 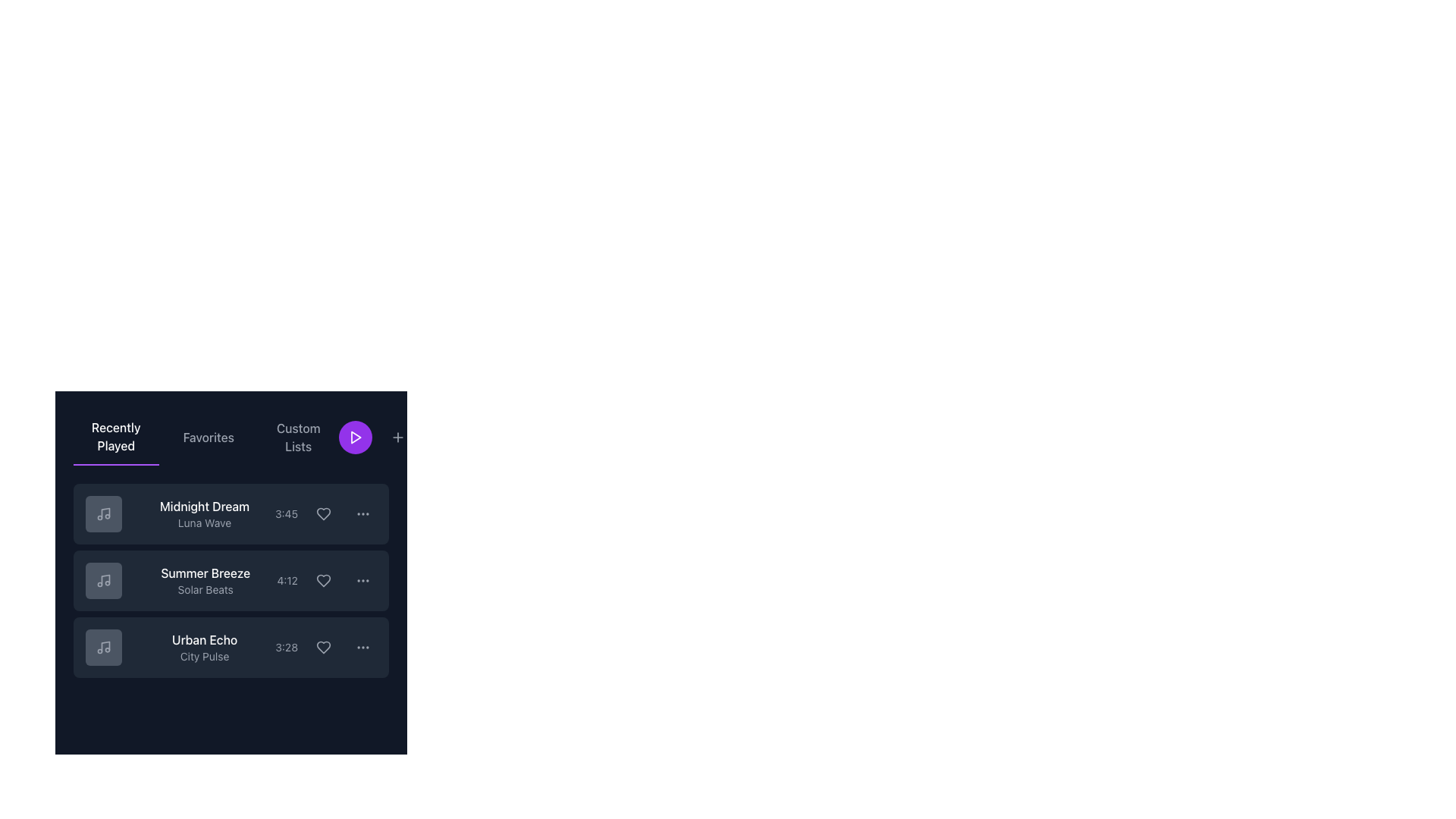 What do you see at coordinates (103, 513) in the screenshot?
I see `the musical icon representing the song 'Midnight Dream' by Luna Wave, located on the left side of the horizontal row in the list of recently played items` at bounding box center [103, 513].